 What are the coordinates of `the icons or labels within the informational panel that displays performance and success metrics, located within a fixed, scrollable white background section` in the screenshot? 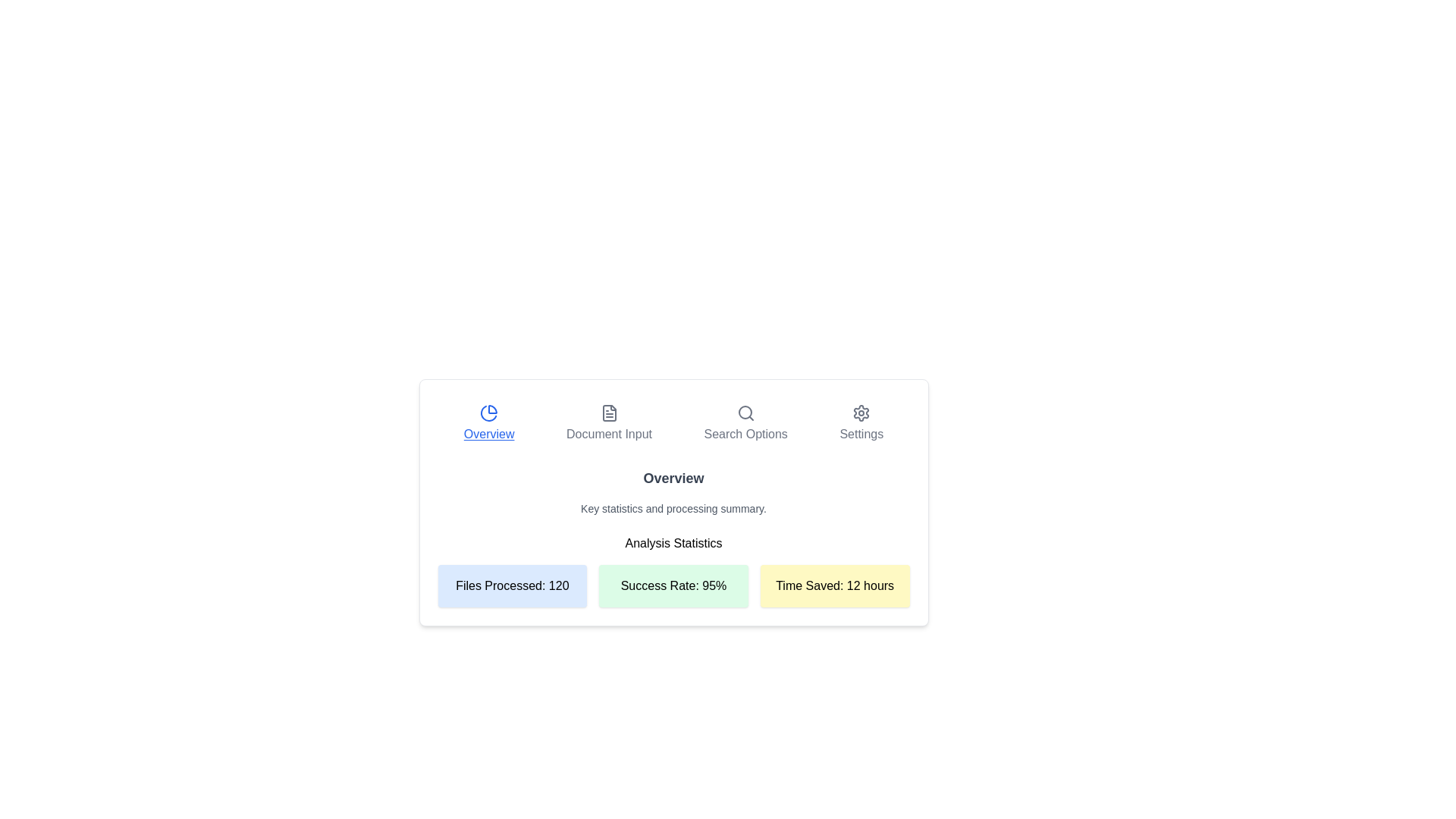 It's located at (673, 482).